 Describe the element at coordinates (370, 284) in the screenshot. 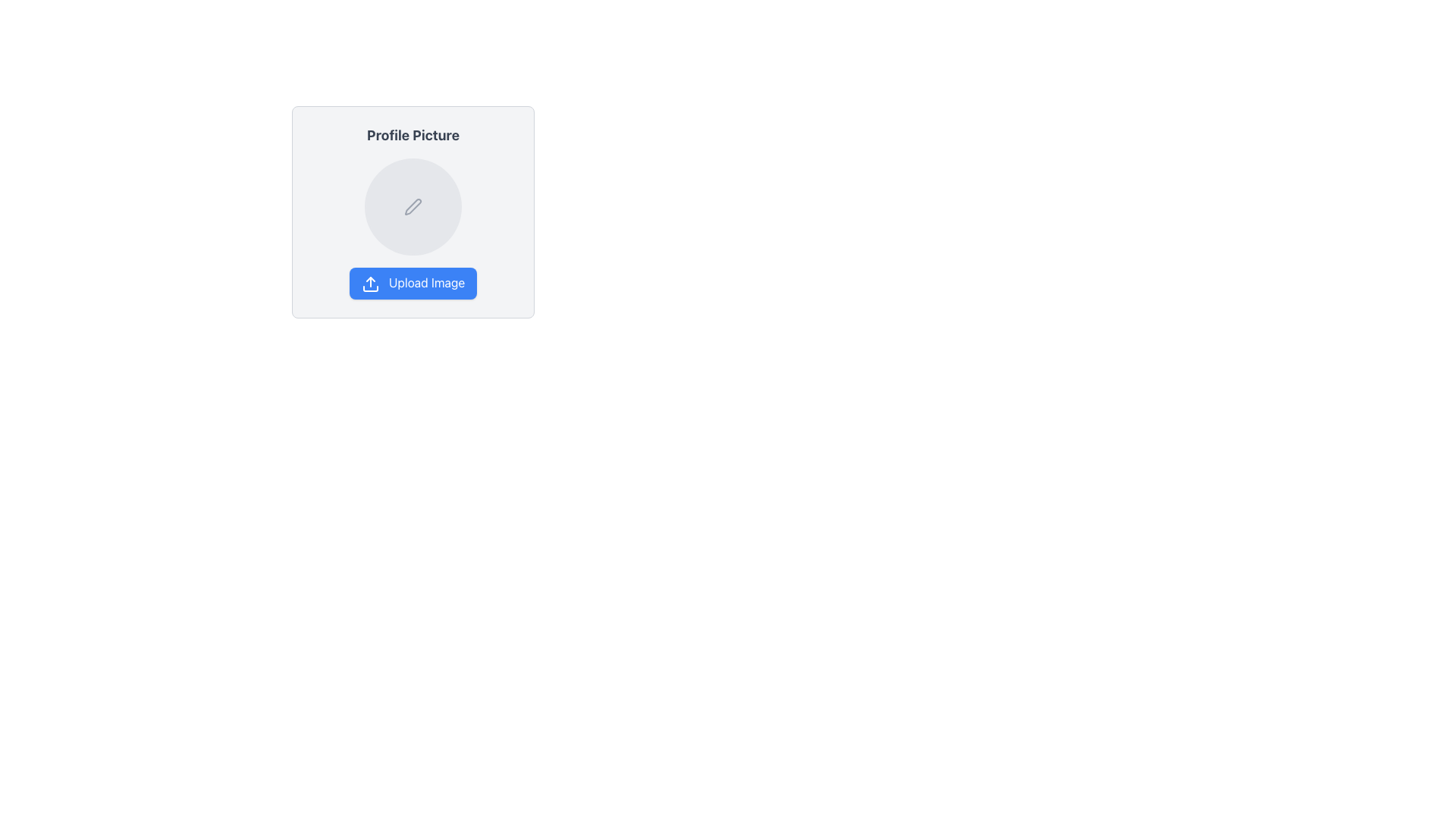

I see `the upload icon located on the left side of the 'Upload Image' button` at that location.